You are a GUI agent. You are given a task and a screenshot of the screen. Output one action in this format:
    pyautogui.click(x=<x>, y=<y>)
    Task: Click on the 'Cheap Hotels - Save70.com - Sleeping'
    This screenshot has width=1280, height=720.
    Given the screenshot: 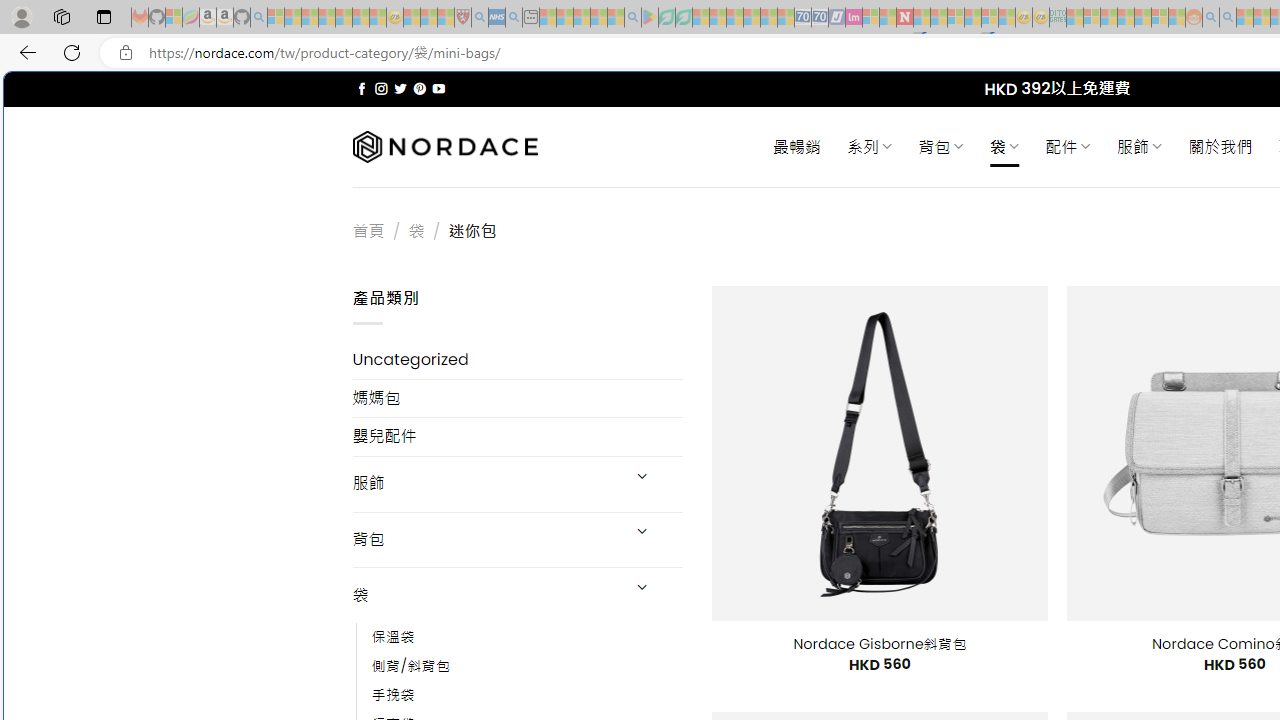 What is the action you would take?
    pyautogui.click(x=819, y=17)
    